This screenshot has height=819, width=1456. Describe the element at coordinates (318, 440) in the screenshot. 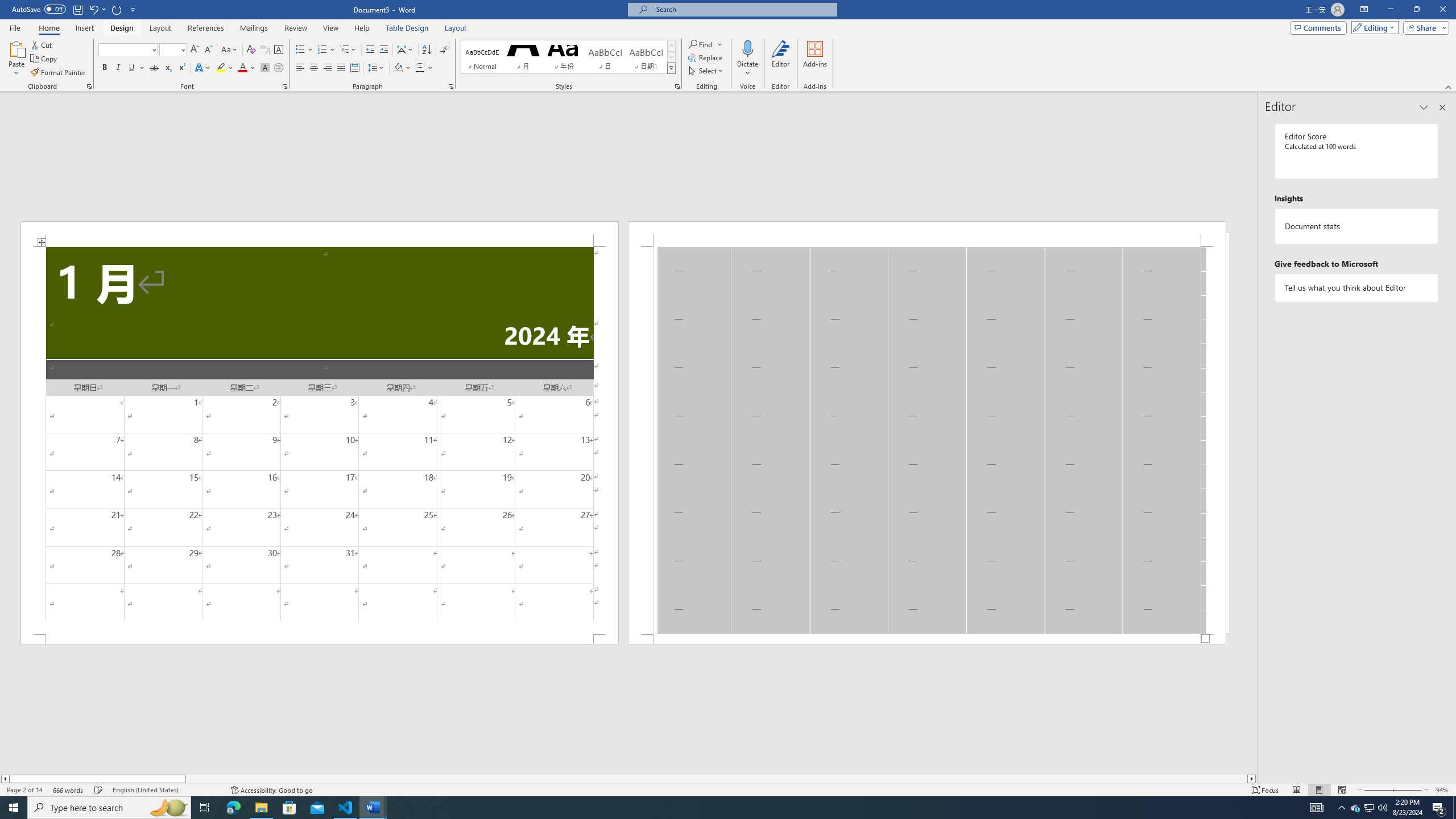

I see `'Page 1 content'` at that location.